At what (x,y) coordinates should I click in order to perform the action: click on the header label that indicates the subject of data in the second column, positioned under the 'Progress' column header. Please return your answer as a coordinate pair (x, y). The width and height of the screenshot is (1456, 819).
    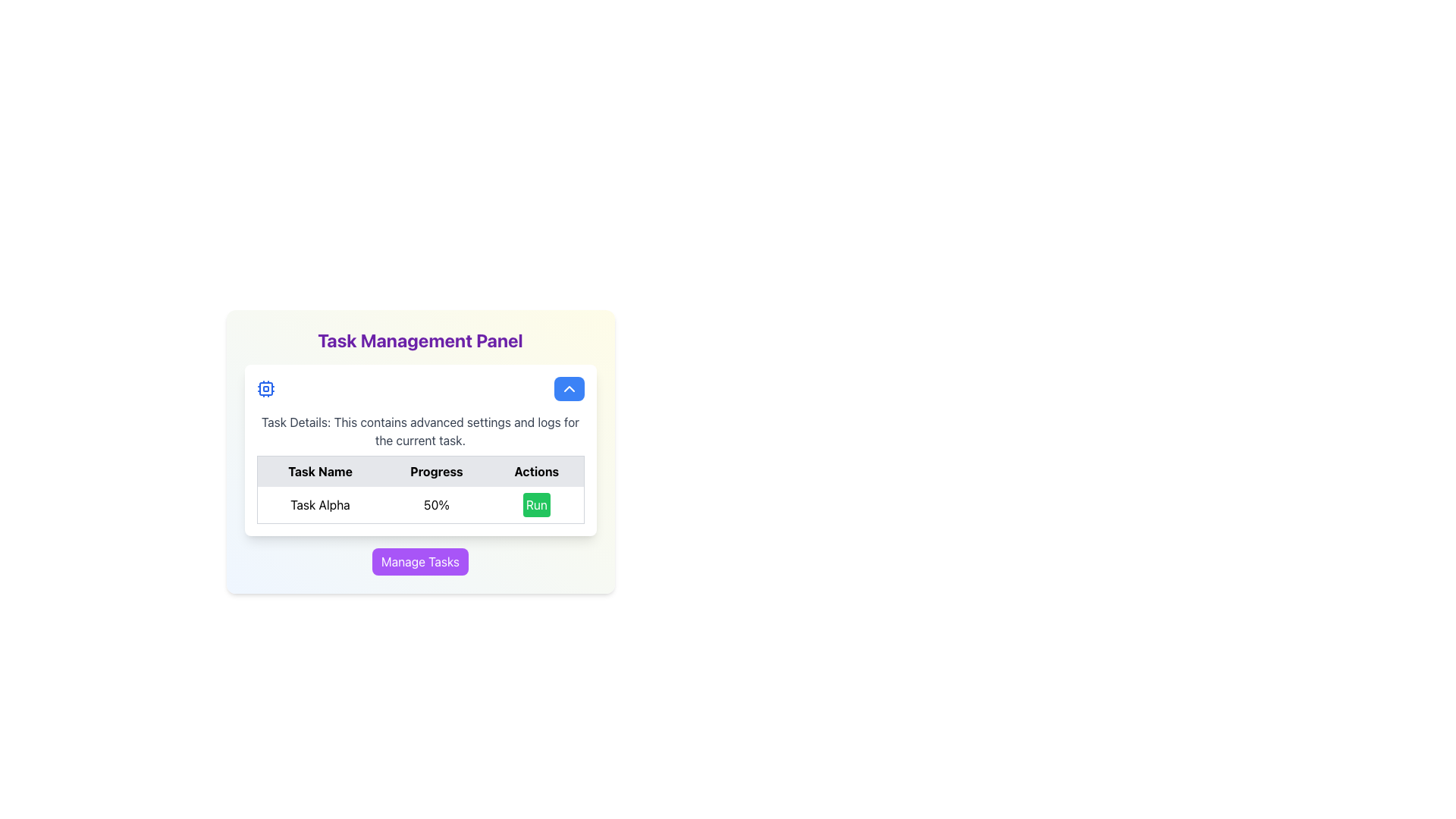
    Looking at the image, I should click on (435, 470).